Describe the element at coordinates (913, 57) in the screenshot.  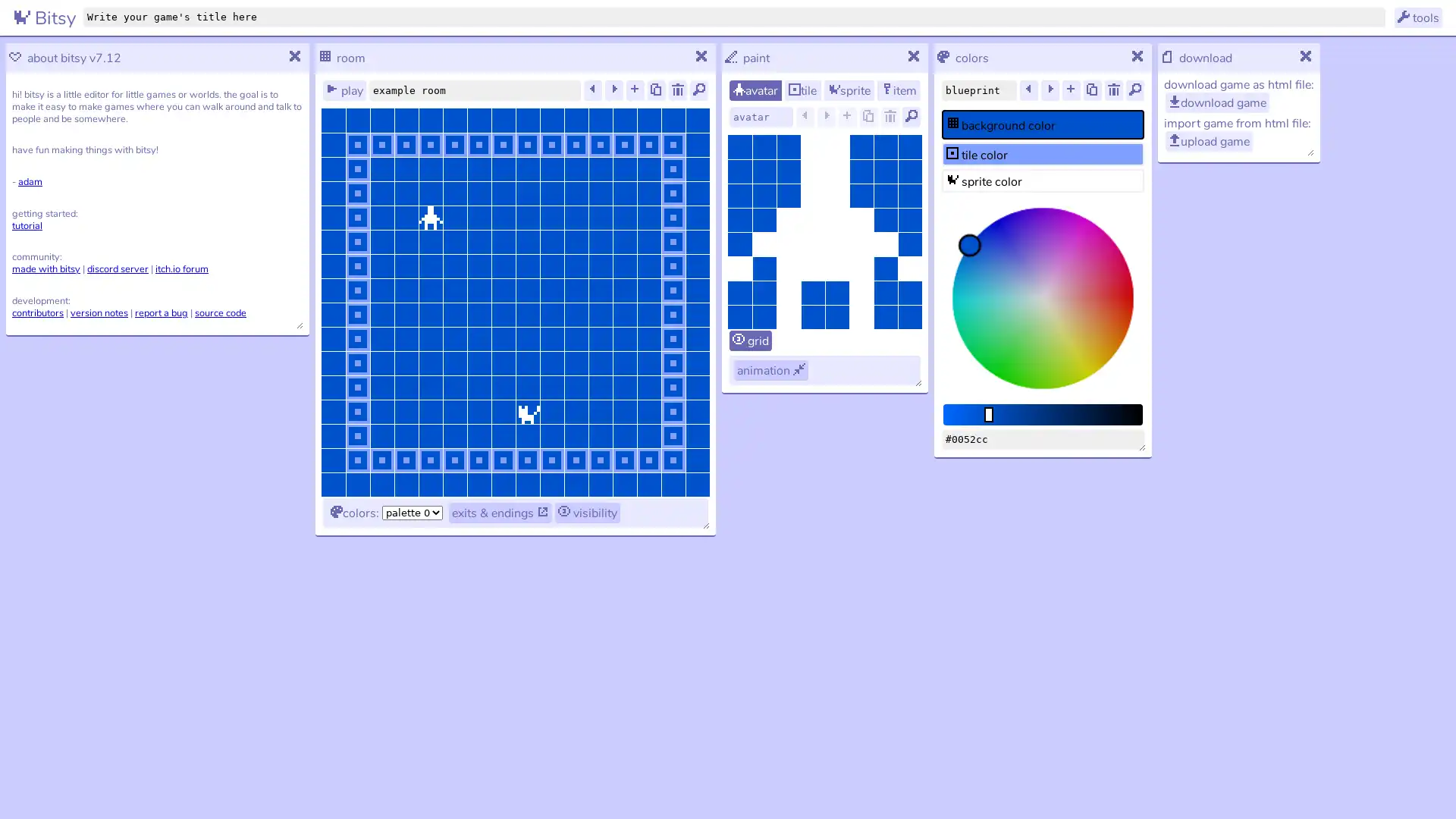
I see `minimize paint window` at that location.